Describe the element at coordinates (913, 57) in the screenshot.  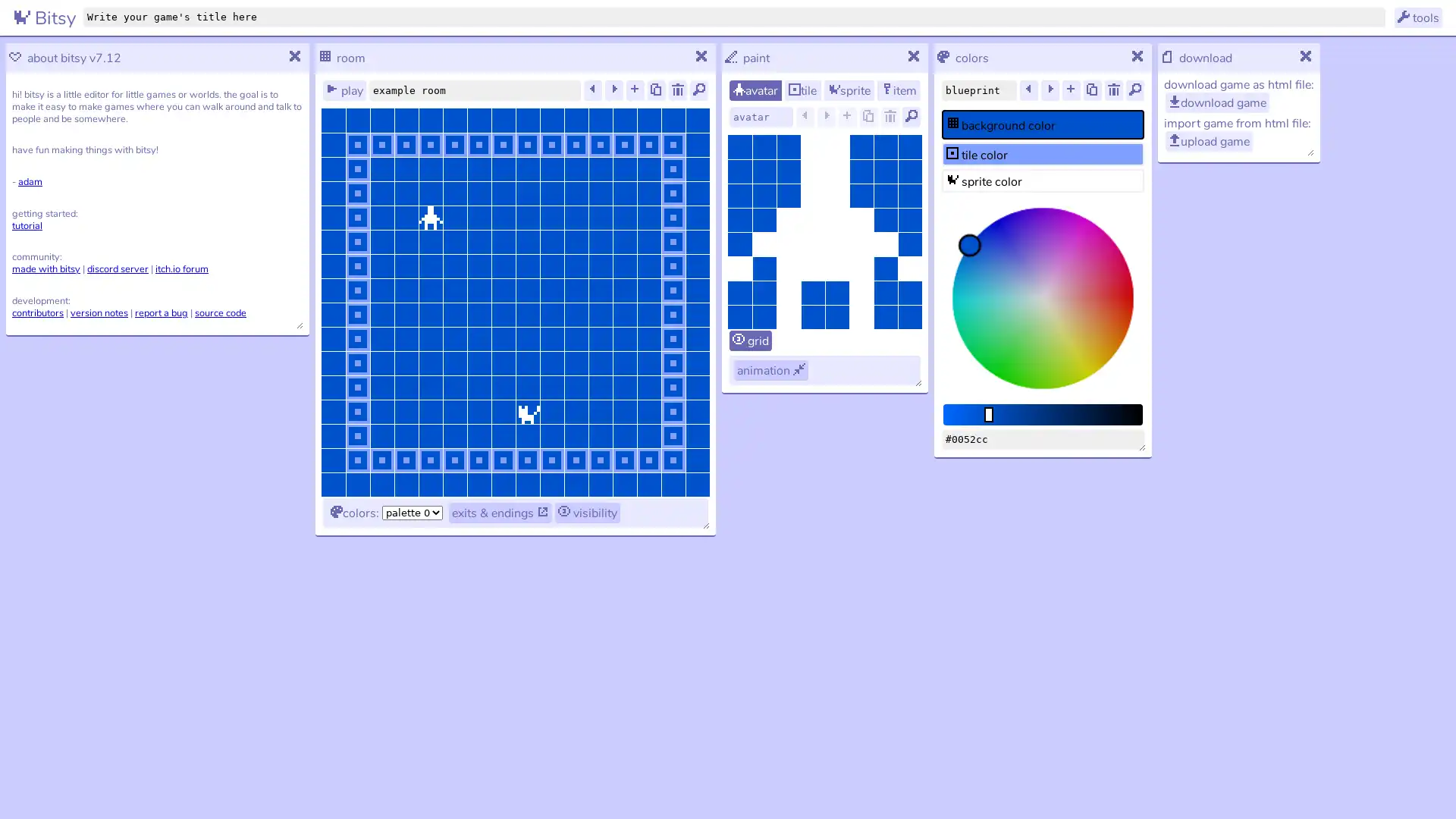
I see `minimize paint window` at that location.